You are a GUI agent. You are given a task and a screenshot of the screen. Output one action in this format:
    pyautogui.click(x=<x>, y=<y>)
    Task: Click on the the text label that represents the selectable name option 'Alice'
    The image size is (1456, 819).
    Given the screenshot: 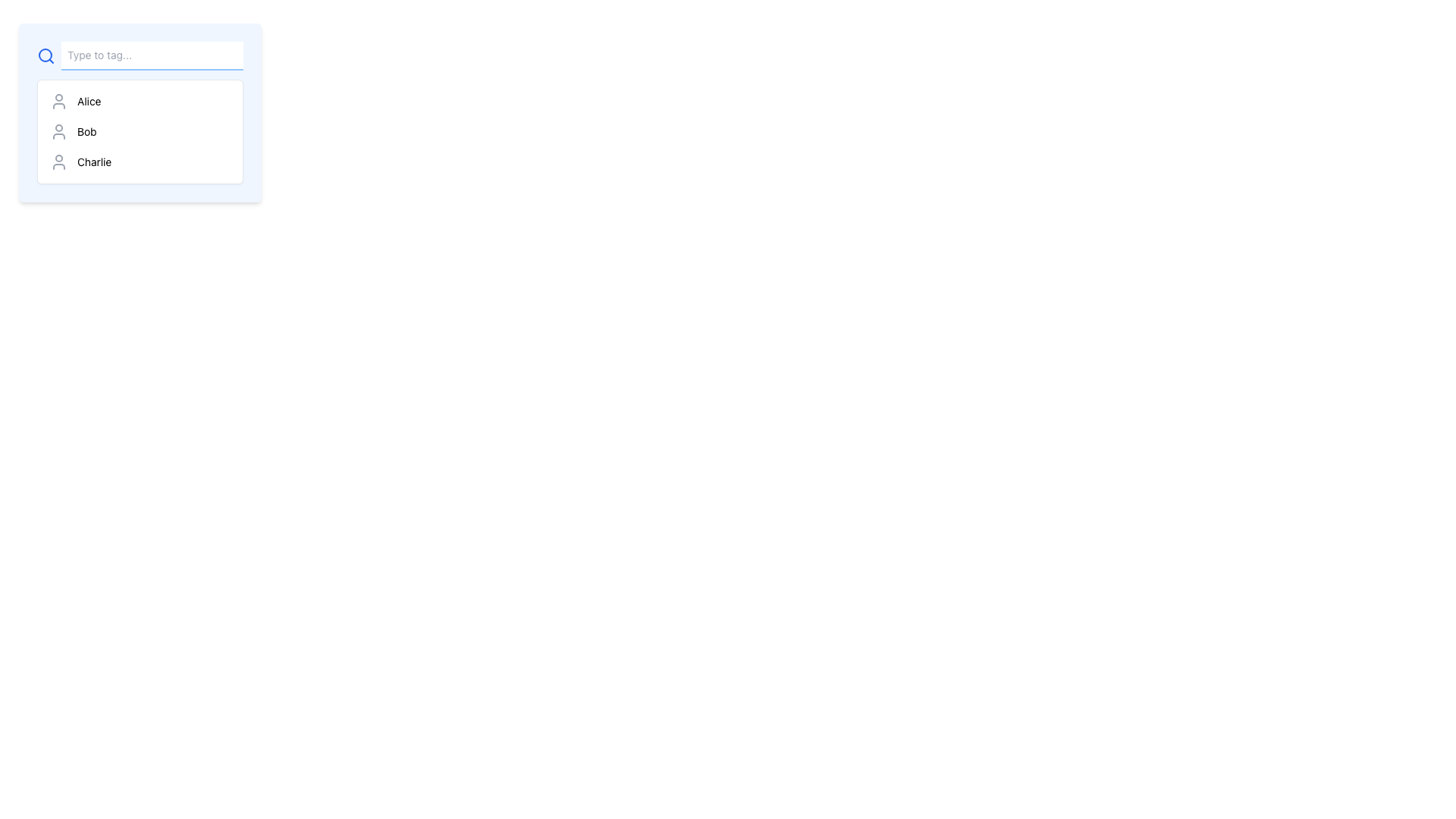 What is the action you would take?
    pyautogui.click(x=88, y=102)
    